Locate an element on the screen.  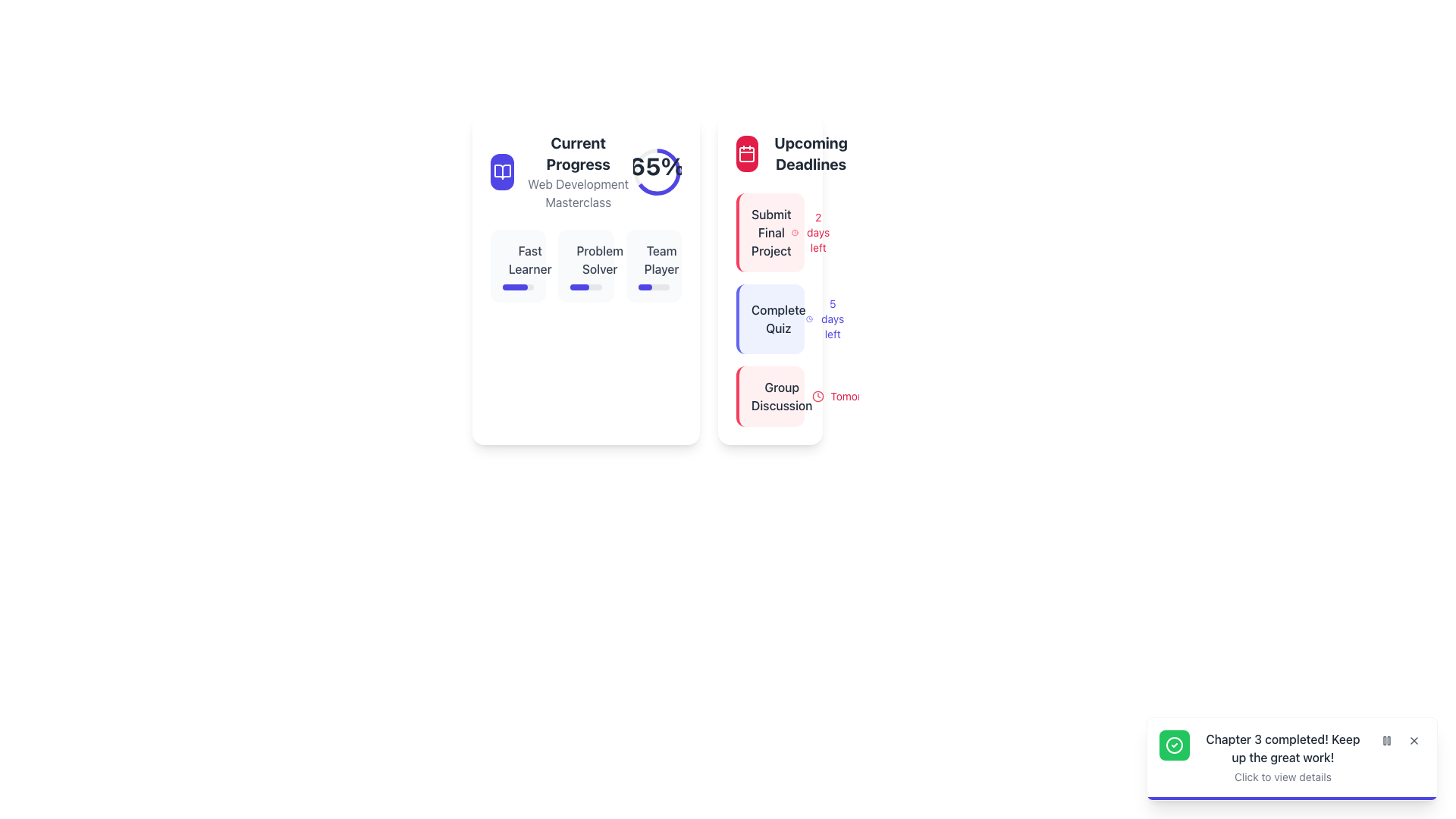
the dark indigo progress bar segment with rounded edges located under the 'Problem Solver' label is located at coordinates (579, 287).